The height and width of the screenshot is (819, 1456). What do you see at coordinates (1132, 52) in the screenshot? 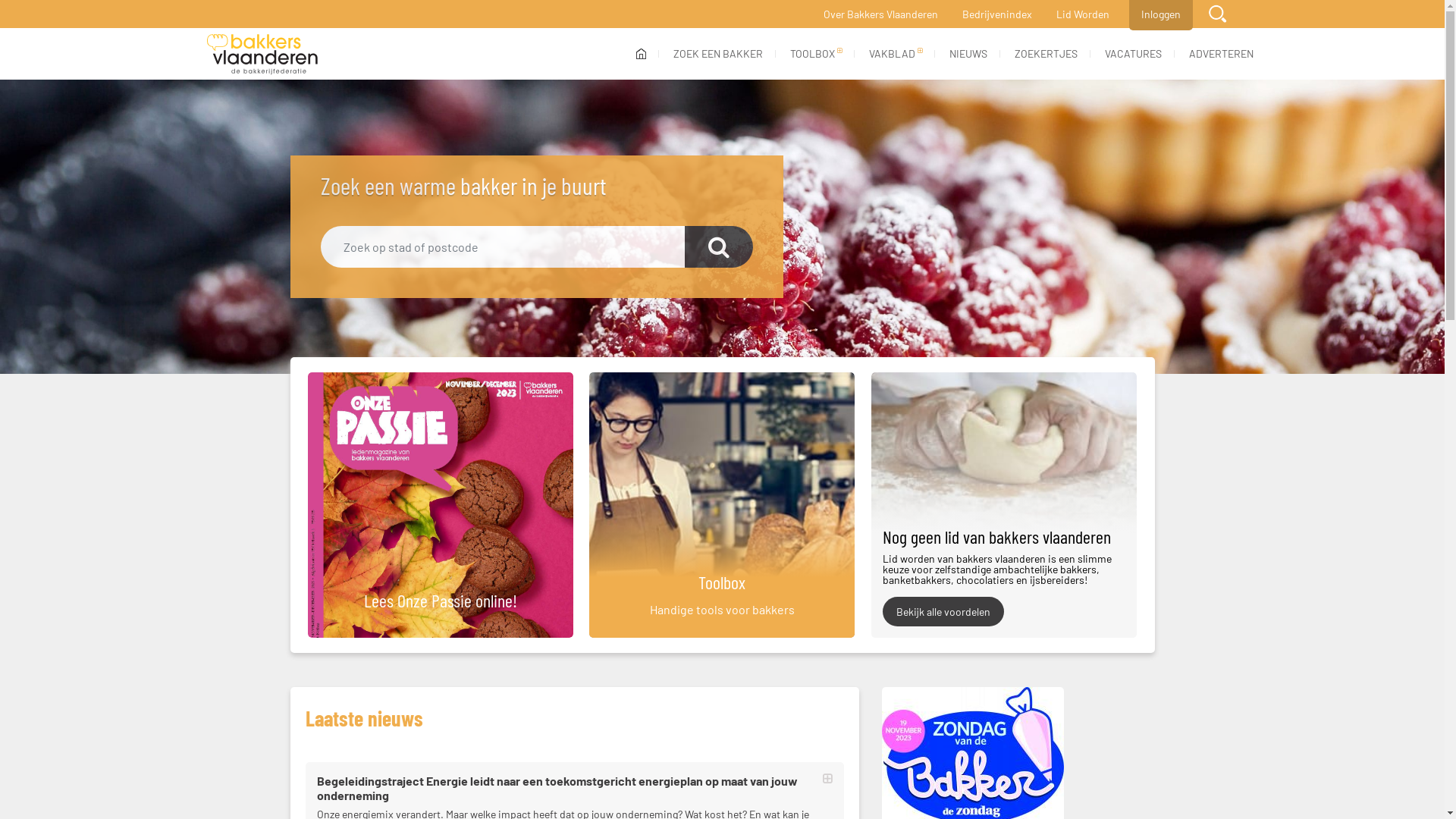
I see `'VACATURES'` at bounding box center [1132, 52].